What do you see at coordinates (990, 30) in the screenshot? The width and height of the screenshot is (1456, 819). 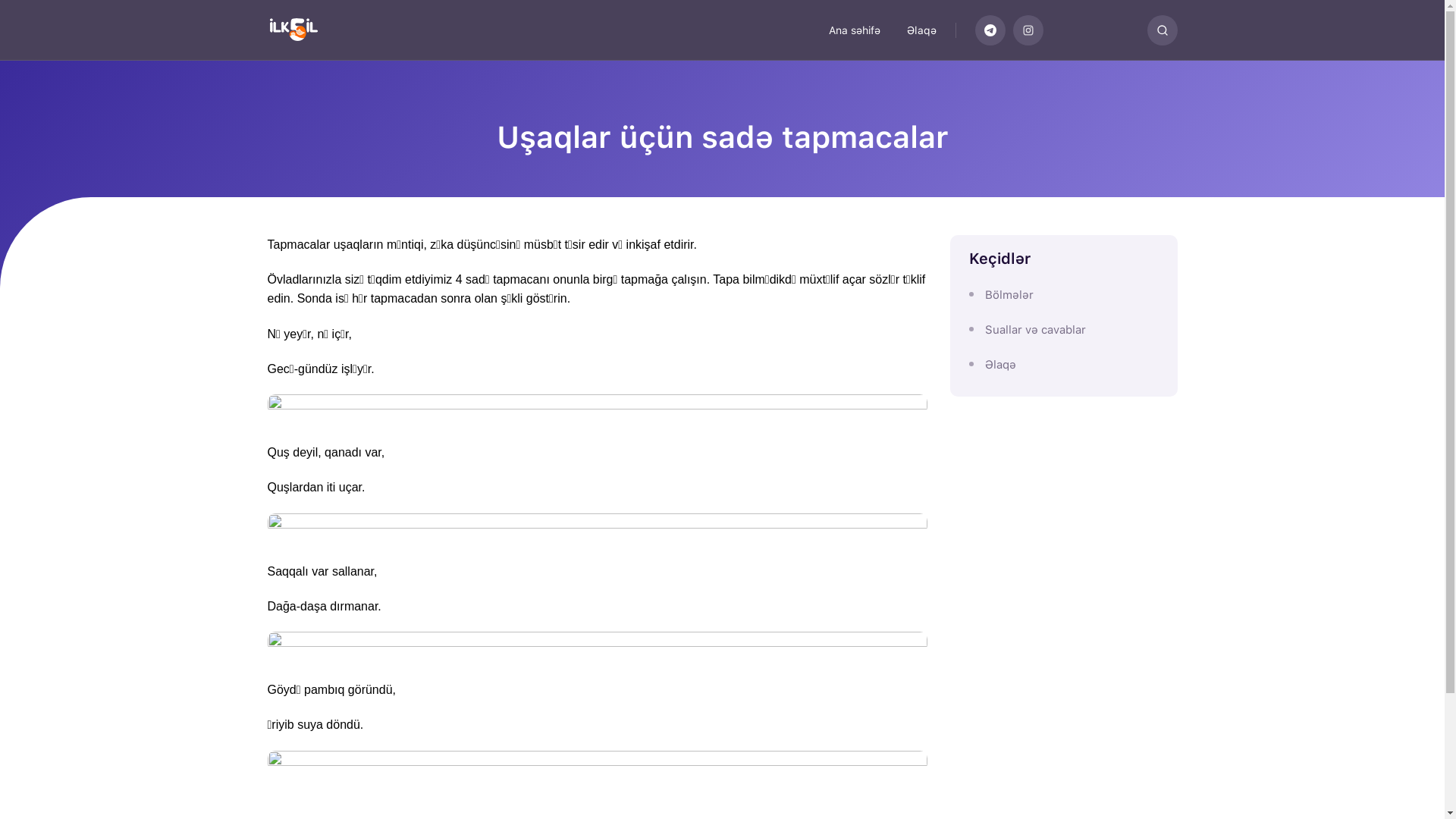 I see `'Telegram'` at bounding box center [990, 30].